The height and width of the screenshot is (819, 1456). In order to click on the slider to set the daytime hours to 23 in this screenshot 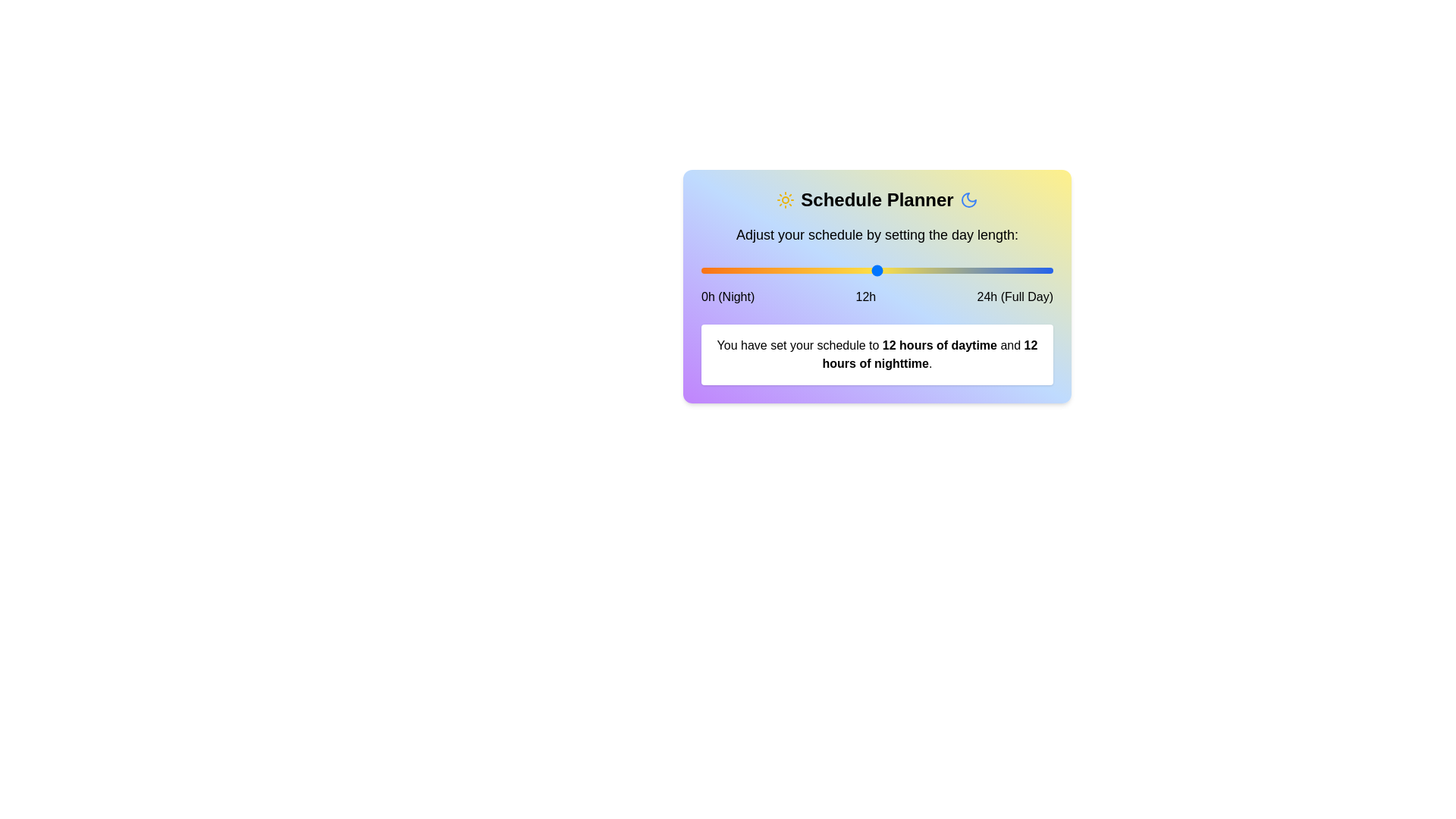, I will do `click(1037, 270)`.